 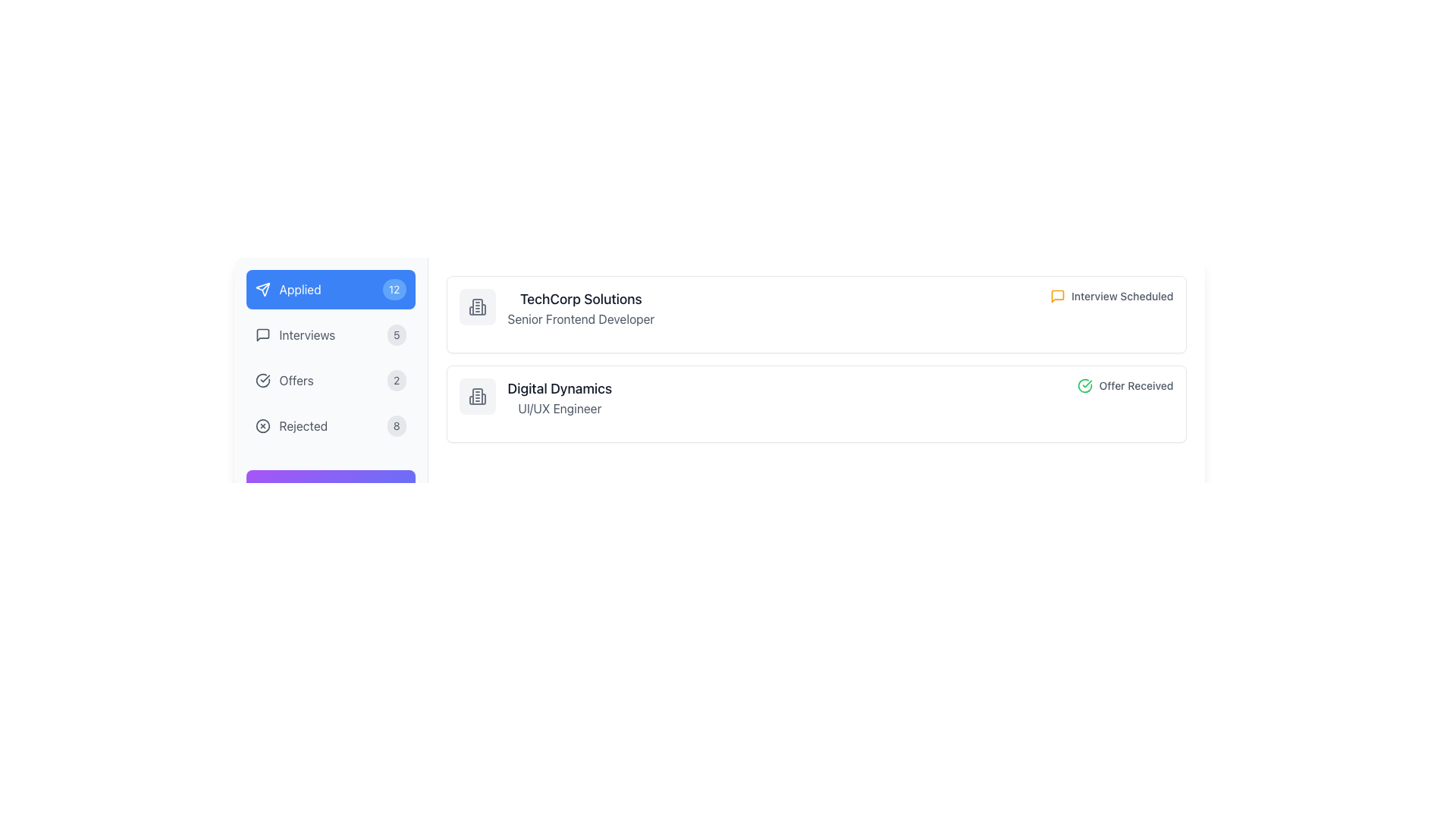 What do you see at coordinates (1057, 296) in the screenshot?
I see `the message interaction icon located in the right section of the interface, near the 'TechCorp Solutions' listing under 'Interview Scheduled'` at bounding box center [1057, 296].